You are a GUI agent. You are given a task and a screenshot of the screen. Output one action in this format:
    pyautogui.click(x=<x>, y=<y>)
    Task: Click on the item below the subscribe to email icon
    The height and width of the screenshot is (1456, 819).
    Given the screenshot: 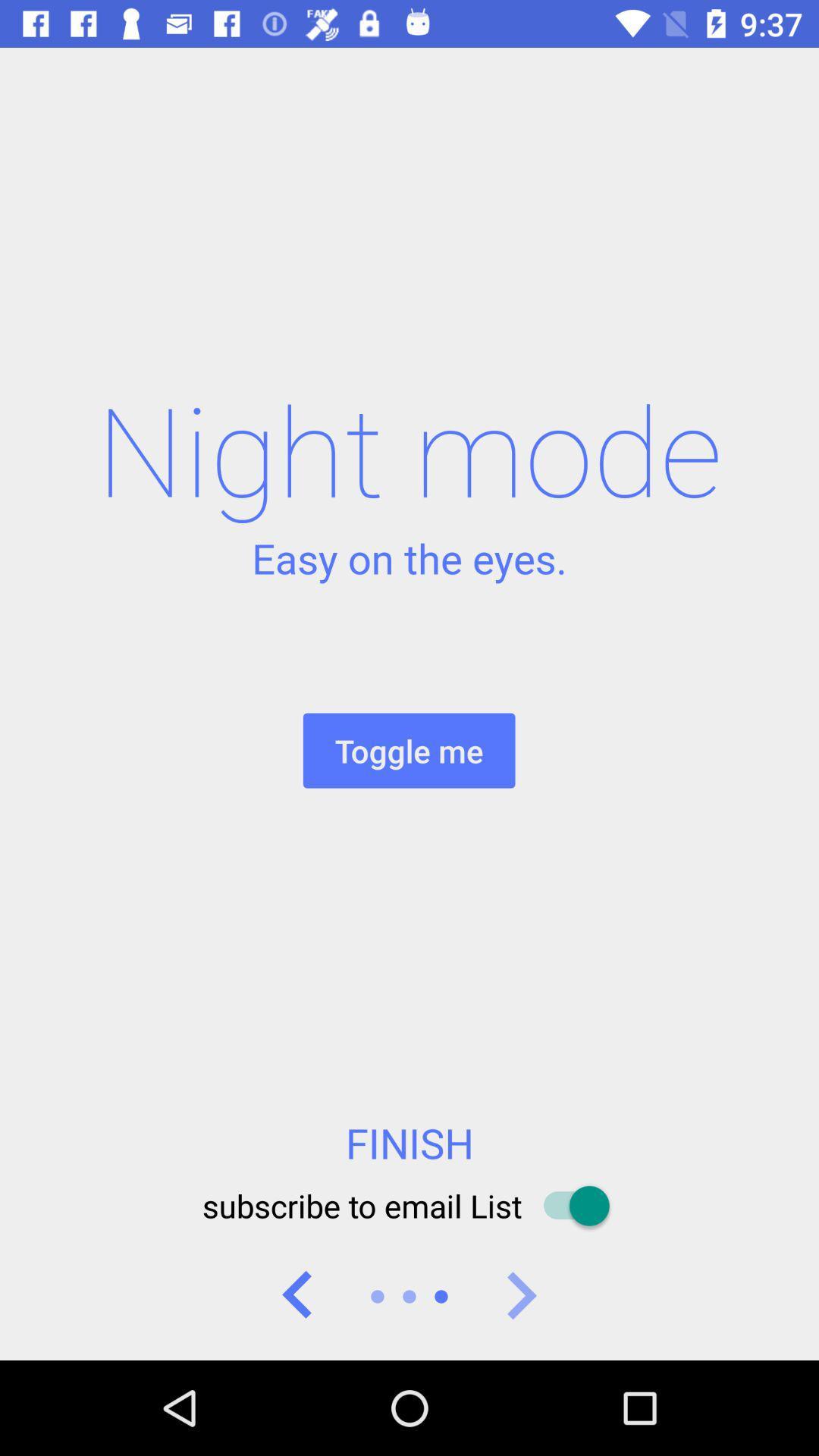 What is the action you would take?
    pyautogui.click(x=298, y=1295)
    